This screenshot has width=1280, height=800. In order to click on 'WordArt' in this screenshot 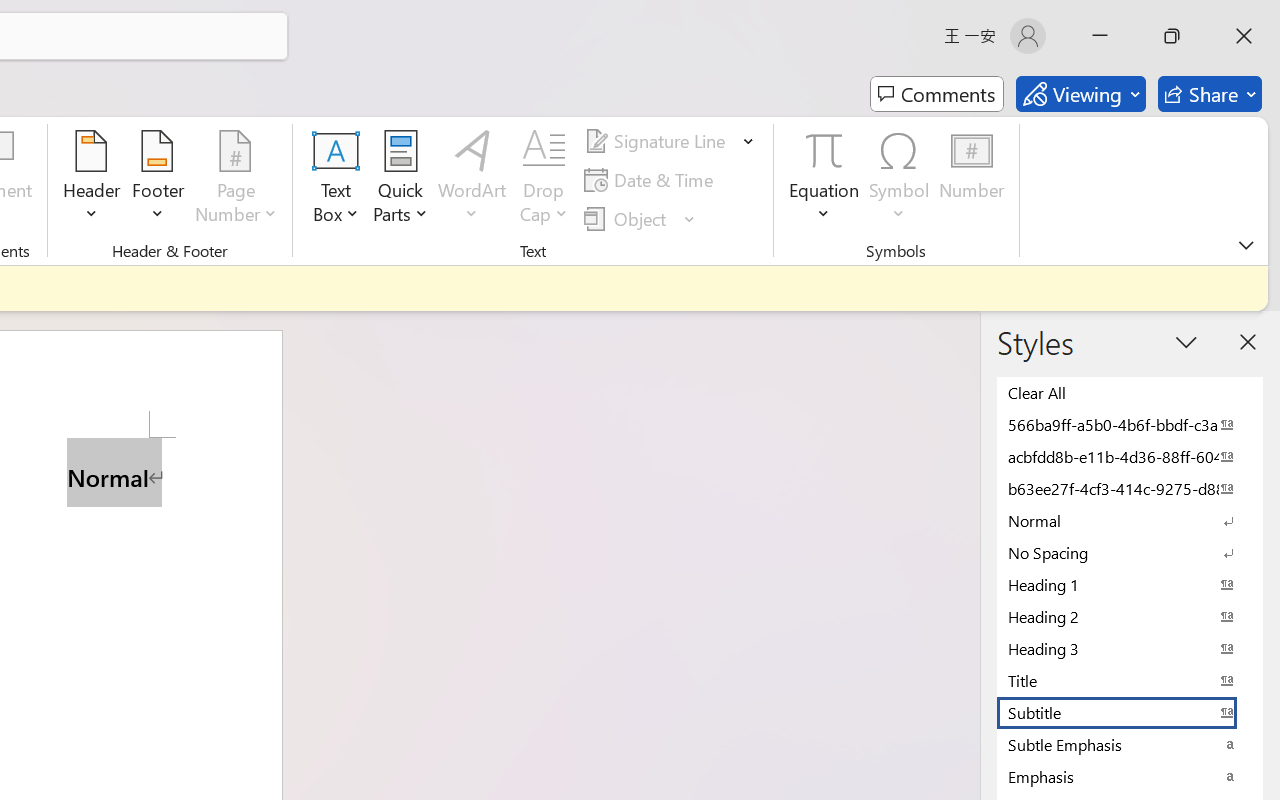, I will do `click(471, 179)`.